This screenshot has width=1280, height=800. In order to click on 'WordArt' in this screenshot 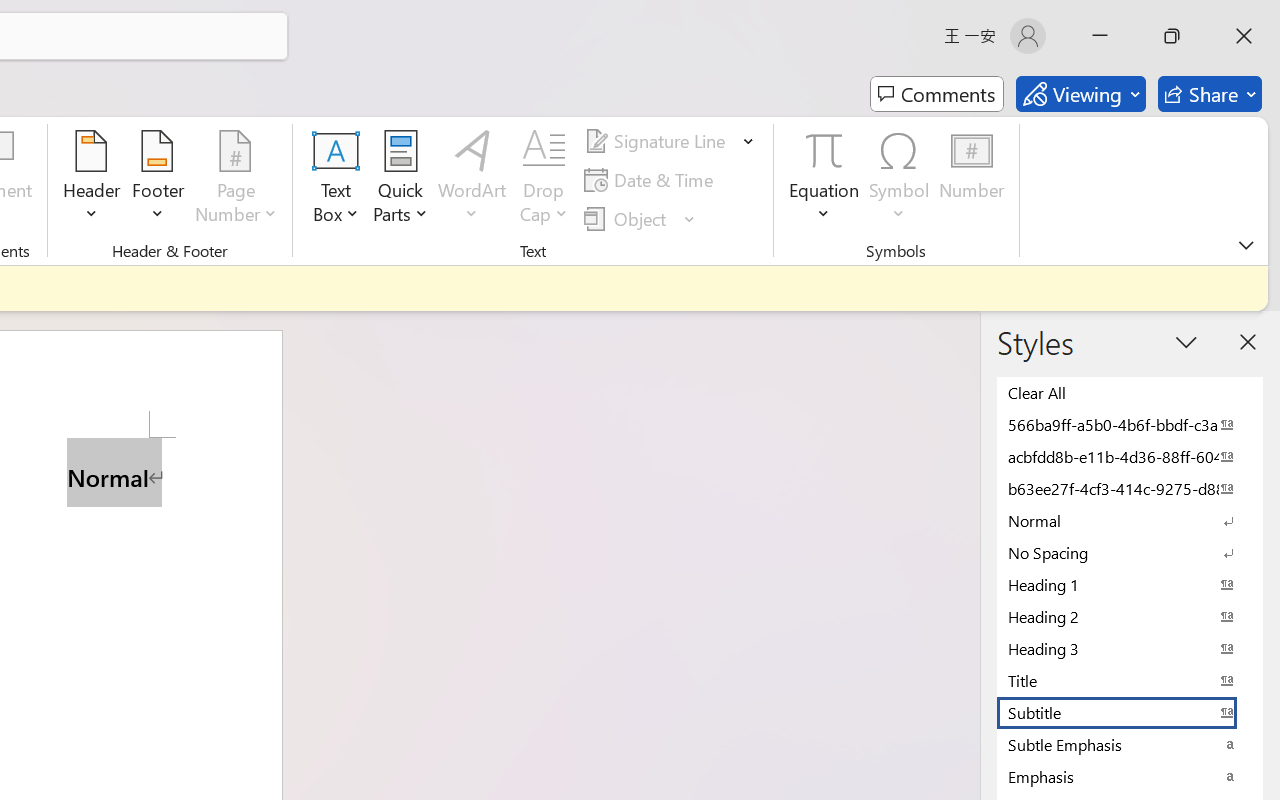, I will do `click(471, 179)`.